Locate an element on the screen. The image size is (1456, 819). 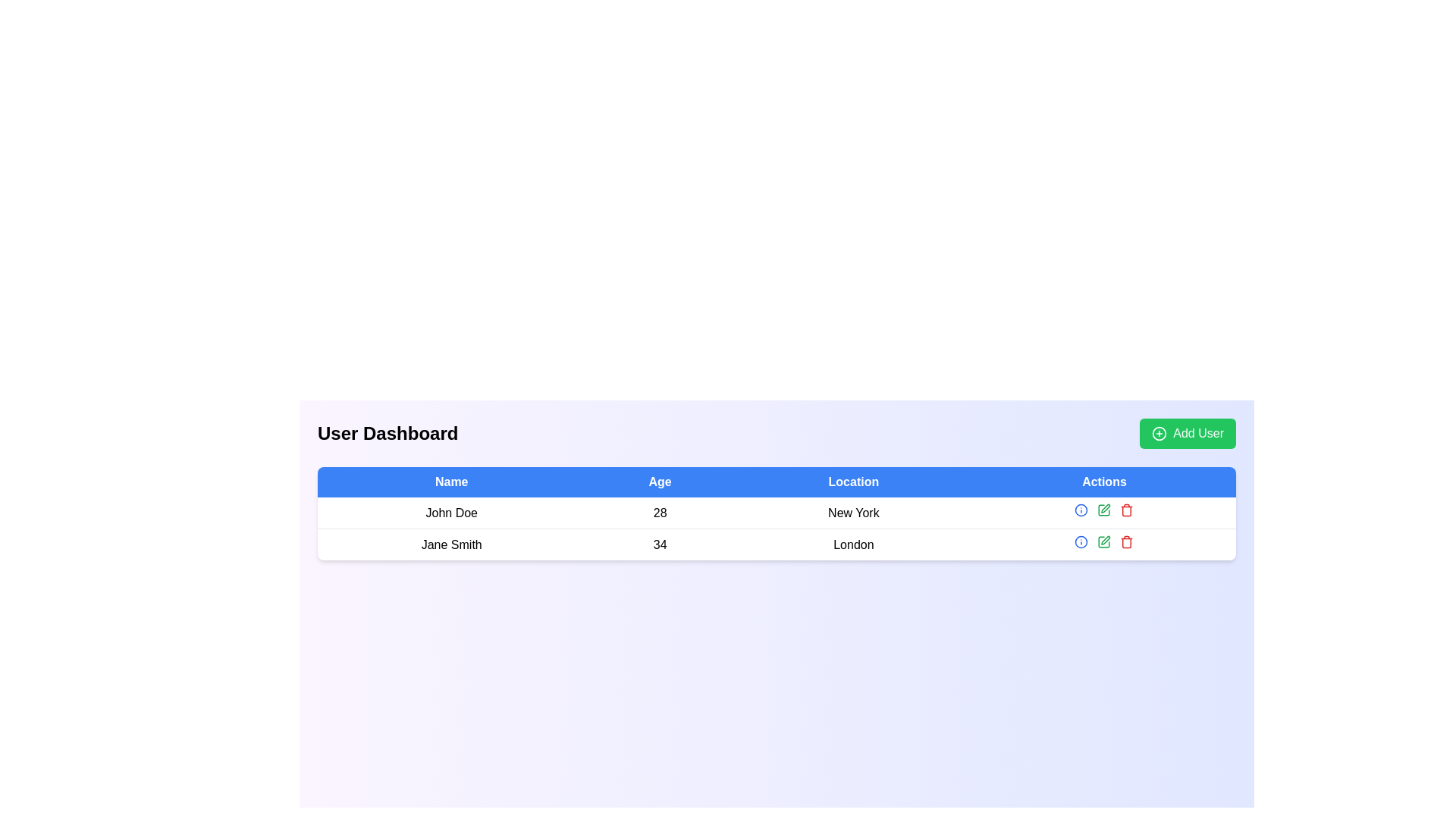
the text label displaying 'New York' in the 'Location' column of the table, which is positioned between the 'Age' and 'Actions' columns is located at coordinates (853, 512).